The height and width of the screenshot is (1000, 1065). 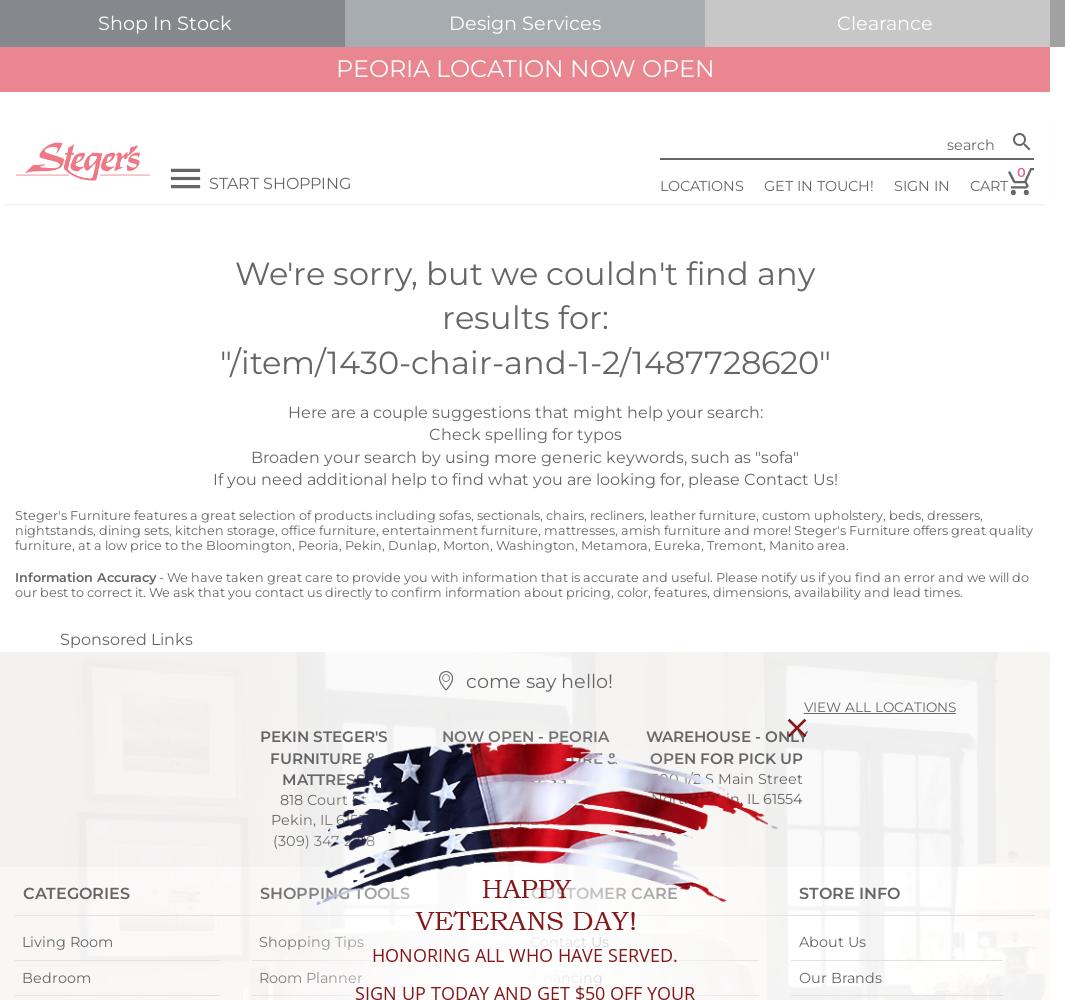 I want to click on 'Our Brands', so click(x=839, y=976).